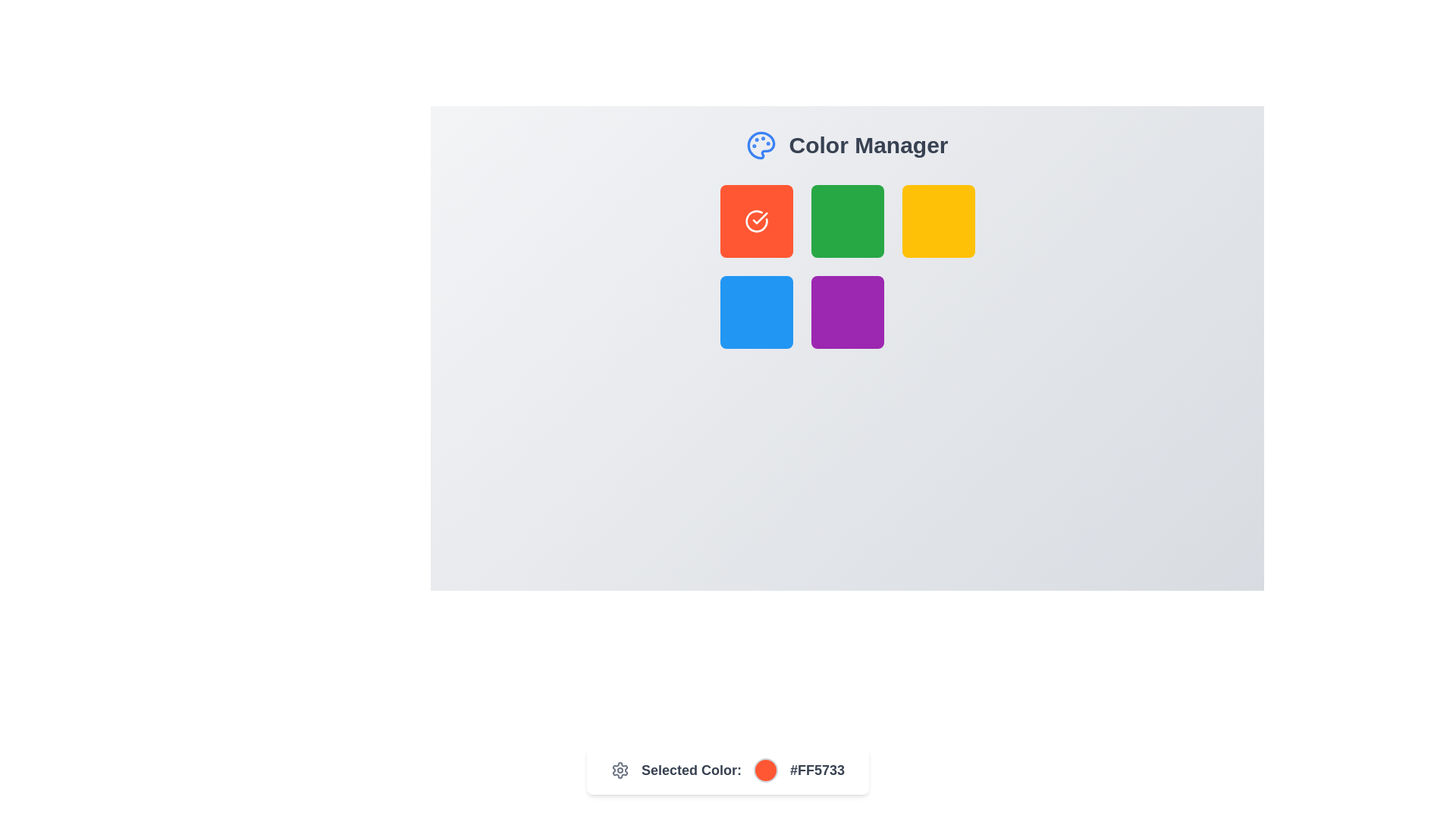  What do you see at coordinates (761, 146) in the screenshot?
I see `the painter's palette icon, which is a blue circular design with cutouts and small circles resembling paint blobs, located to the left of the 'Color Manager' label` at bounding box center [761, 146].